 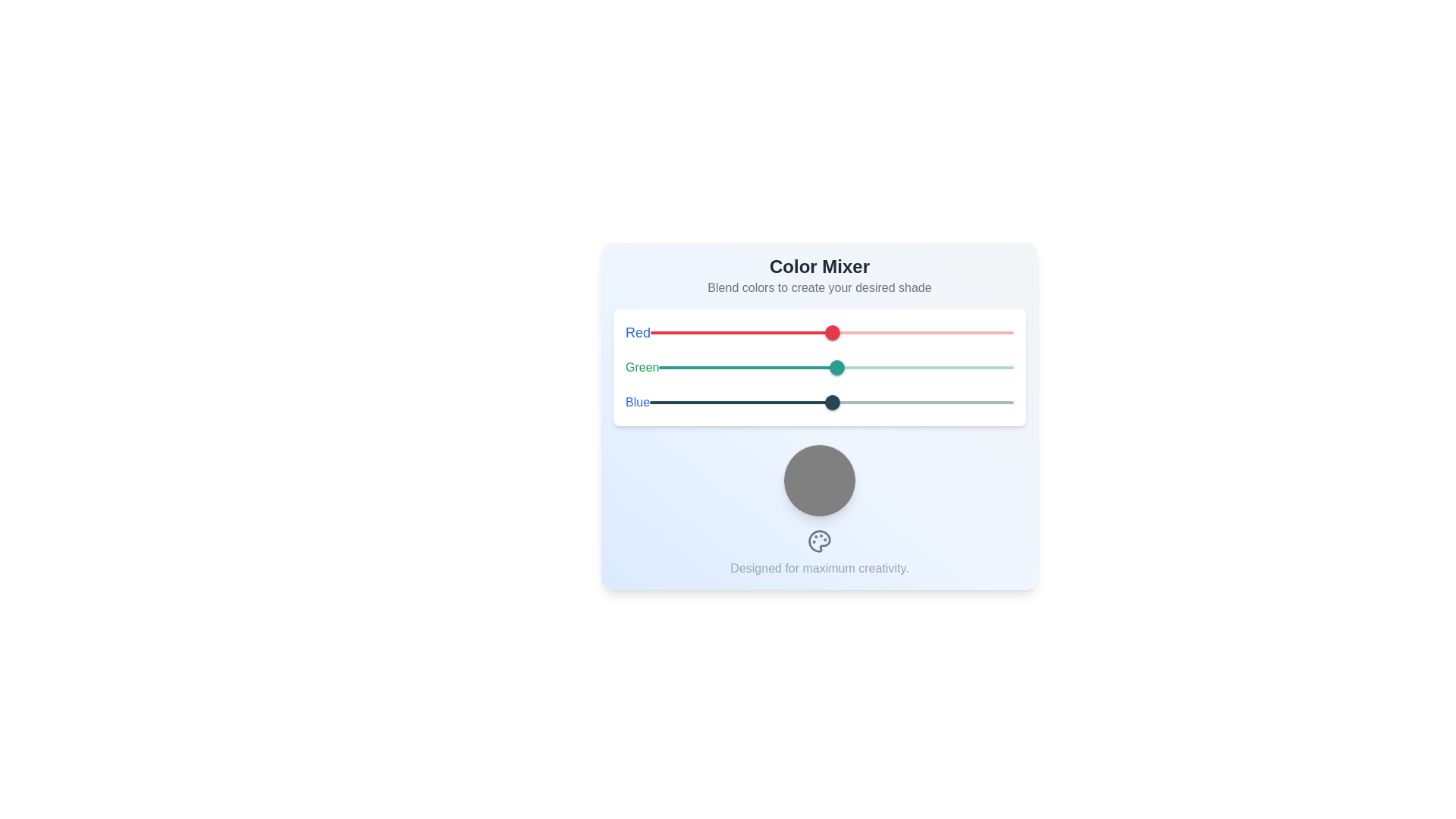 What do you see at coordinates (651, 332) in the screenshot?
I see `the red color intensity` at bounding box center [651, 332].